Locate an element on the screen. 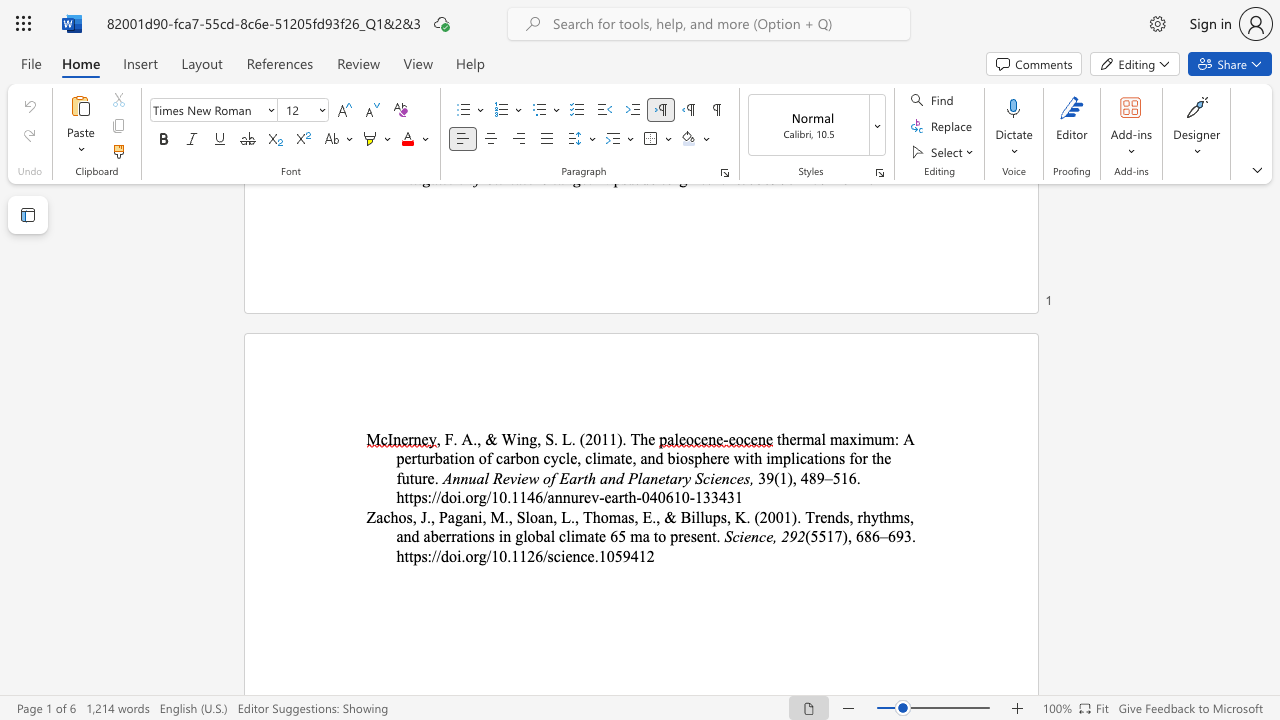 The width and height of the screenshot is (1280, 720). the 3th character "." in the text is located at coordinates (556, 438).